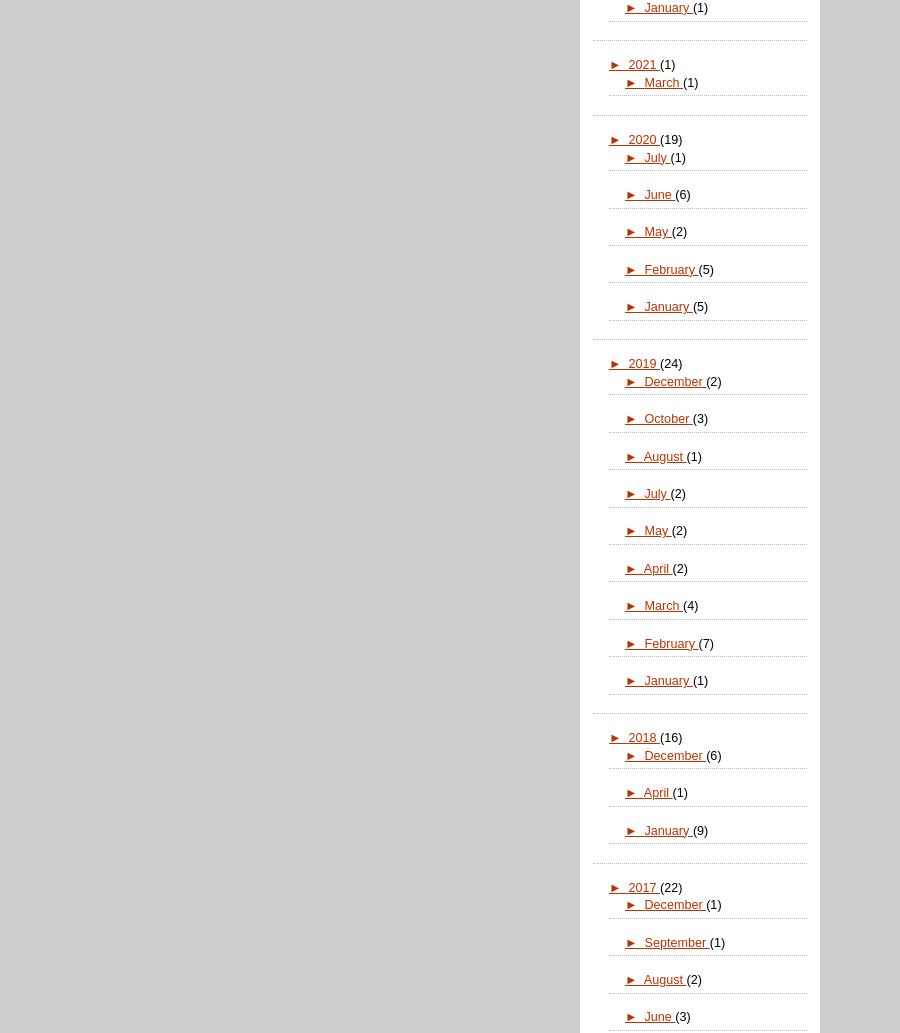 Image resolution: width=900 pixels, height=1033 pixels. Describe the element at coordinates (671, 737) in the screenshot. I see `'(16)'` at that location.